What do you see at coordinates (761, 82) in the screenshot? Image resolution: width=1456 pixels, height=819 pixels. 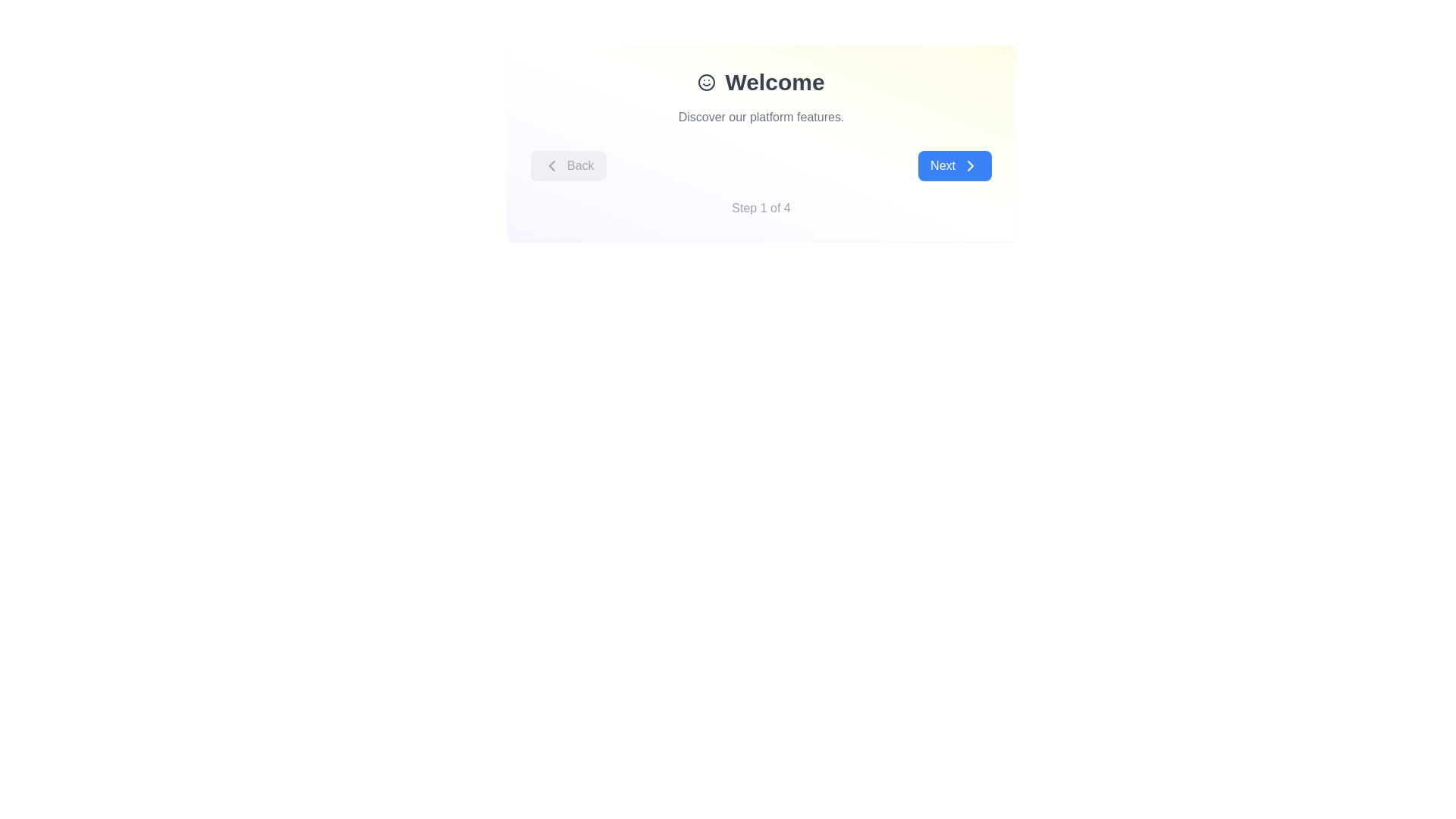 I see `the Header Text with Icon which serves as a welcoming header for the section or page to emphasize it` at bounding box center [761, 82].